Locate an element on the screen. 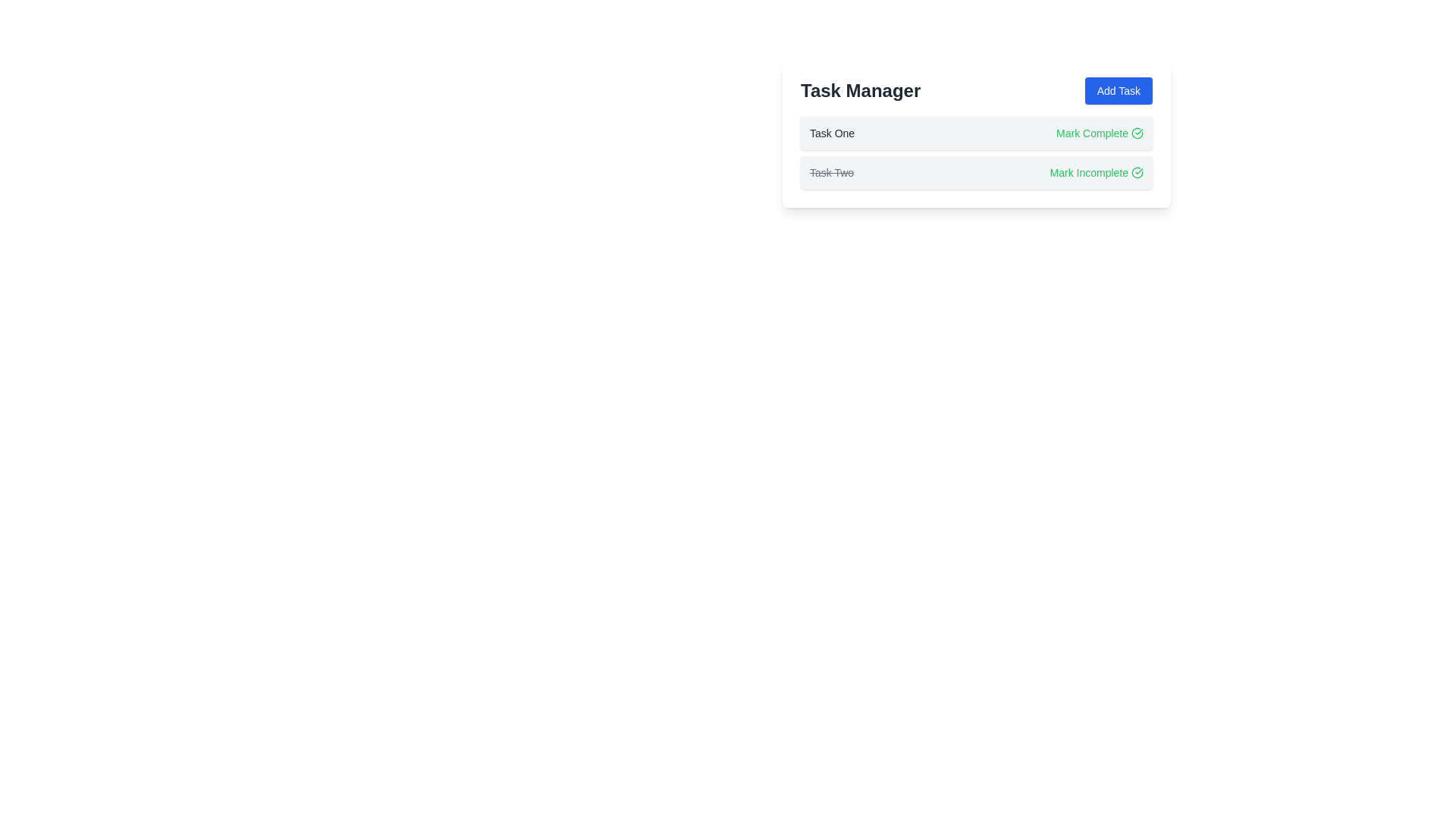  the completion status icon located in the top-right corner adjacent to the 'Mark Complete' text for 'Task One' to mark the task as complete is located at coordinates (1137, 133).